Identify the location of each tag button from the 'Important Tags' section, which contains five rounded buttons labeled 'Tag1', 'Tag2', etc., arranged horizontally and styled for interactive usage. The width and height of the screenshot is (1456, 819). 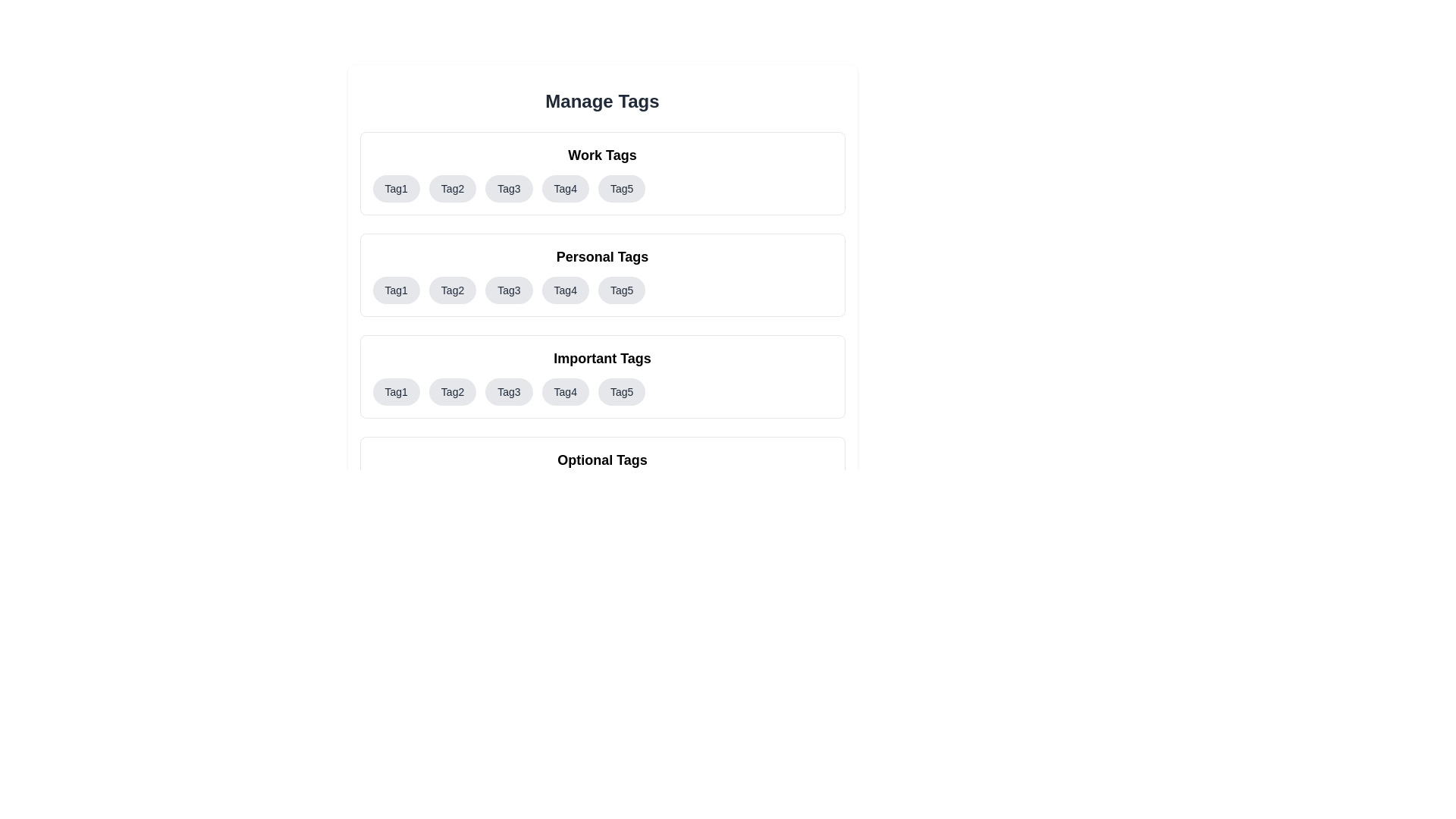
(601, 391).